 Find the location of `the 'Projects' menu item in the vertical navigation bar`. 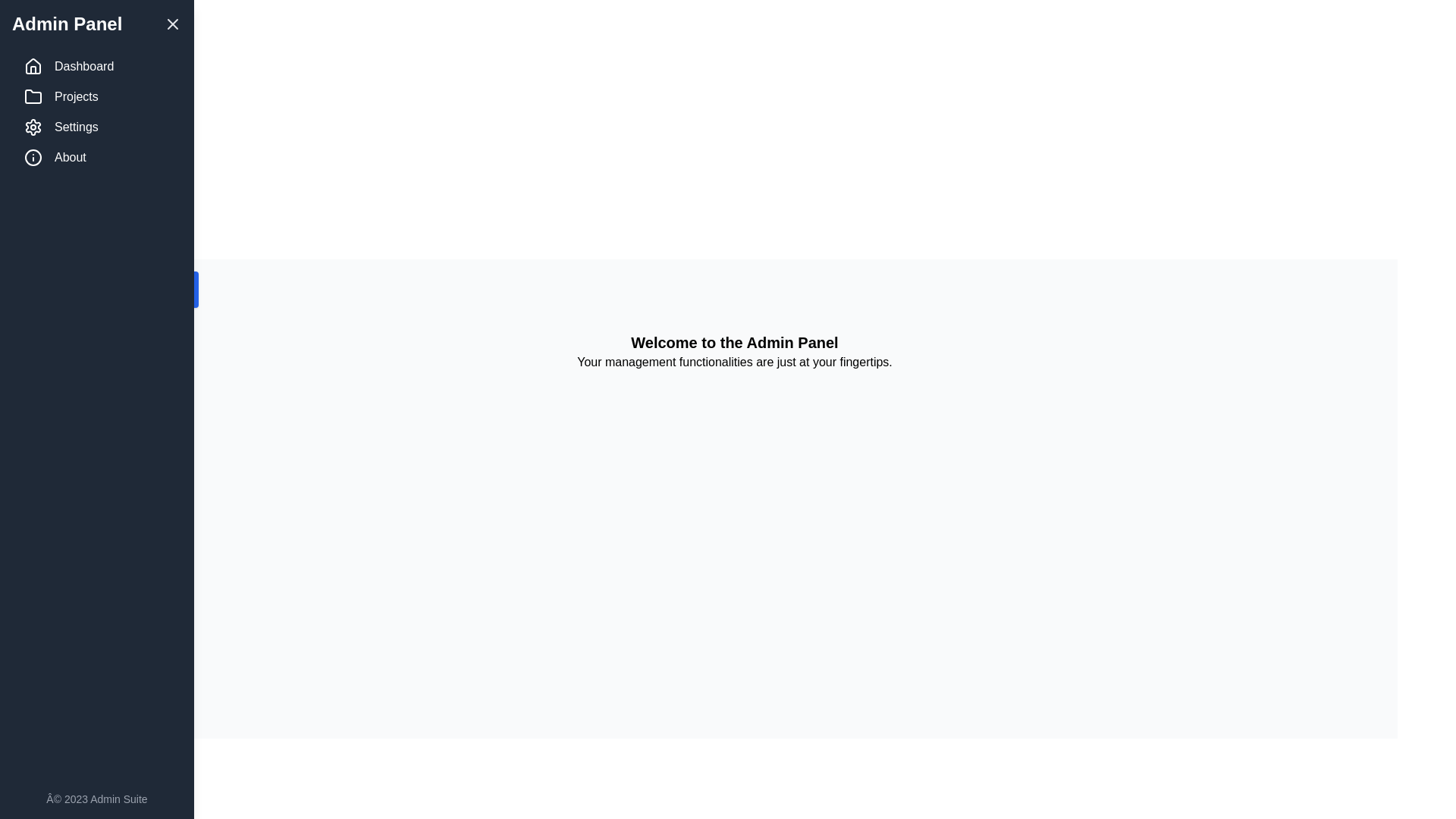

the 'Projects' menu item in the vertical navigation bar is located at coordinates (96, 96).